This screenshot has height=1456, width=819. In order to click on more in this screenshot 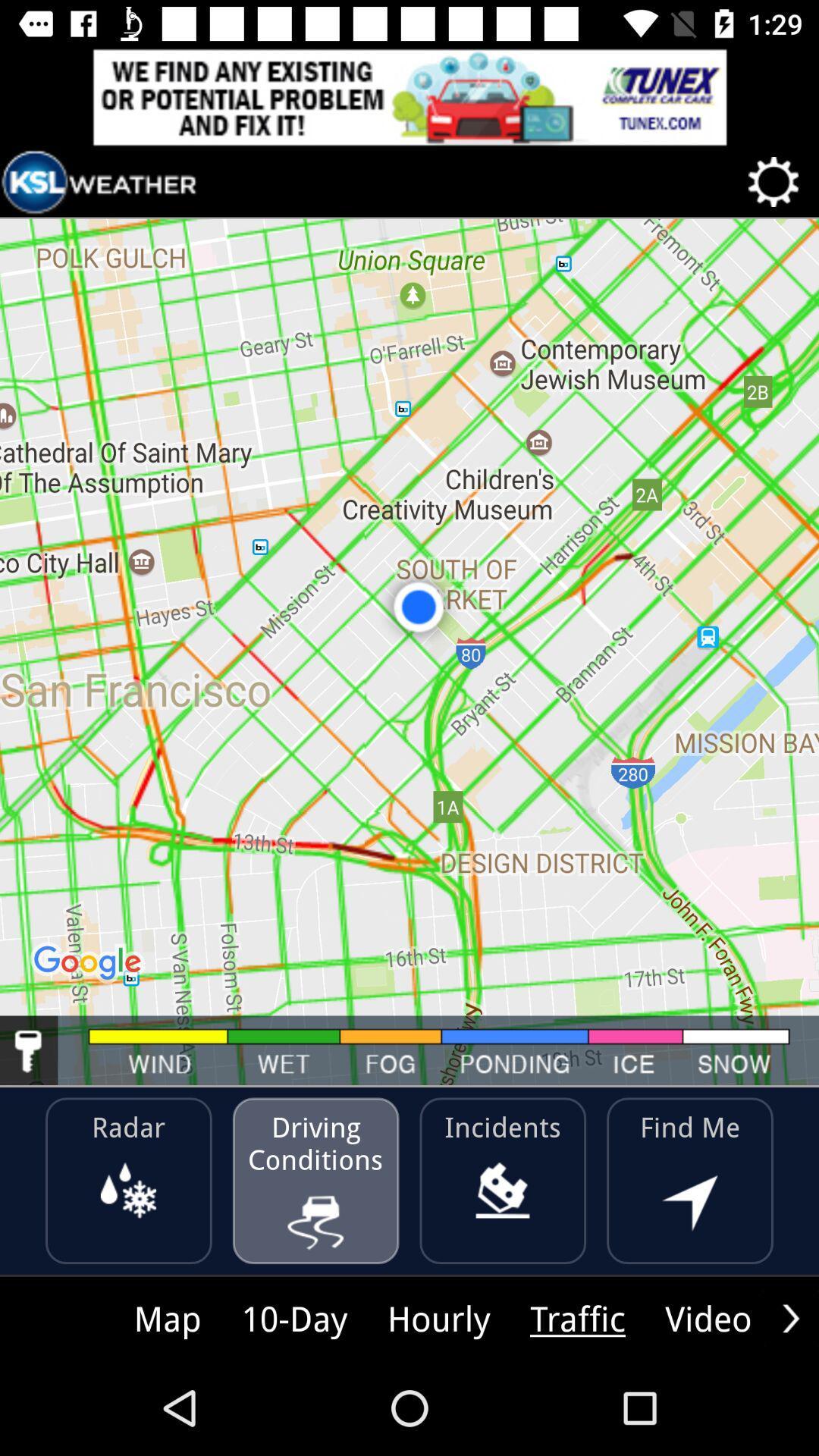, I will do `click(790, 1317)`.